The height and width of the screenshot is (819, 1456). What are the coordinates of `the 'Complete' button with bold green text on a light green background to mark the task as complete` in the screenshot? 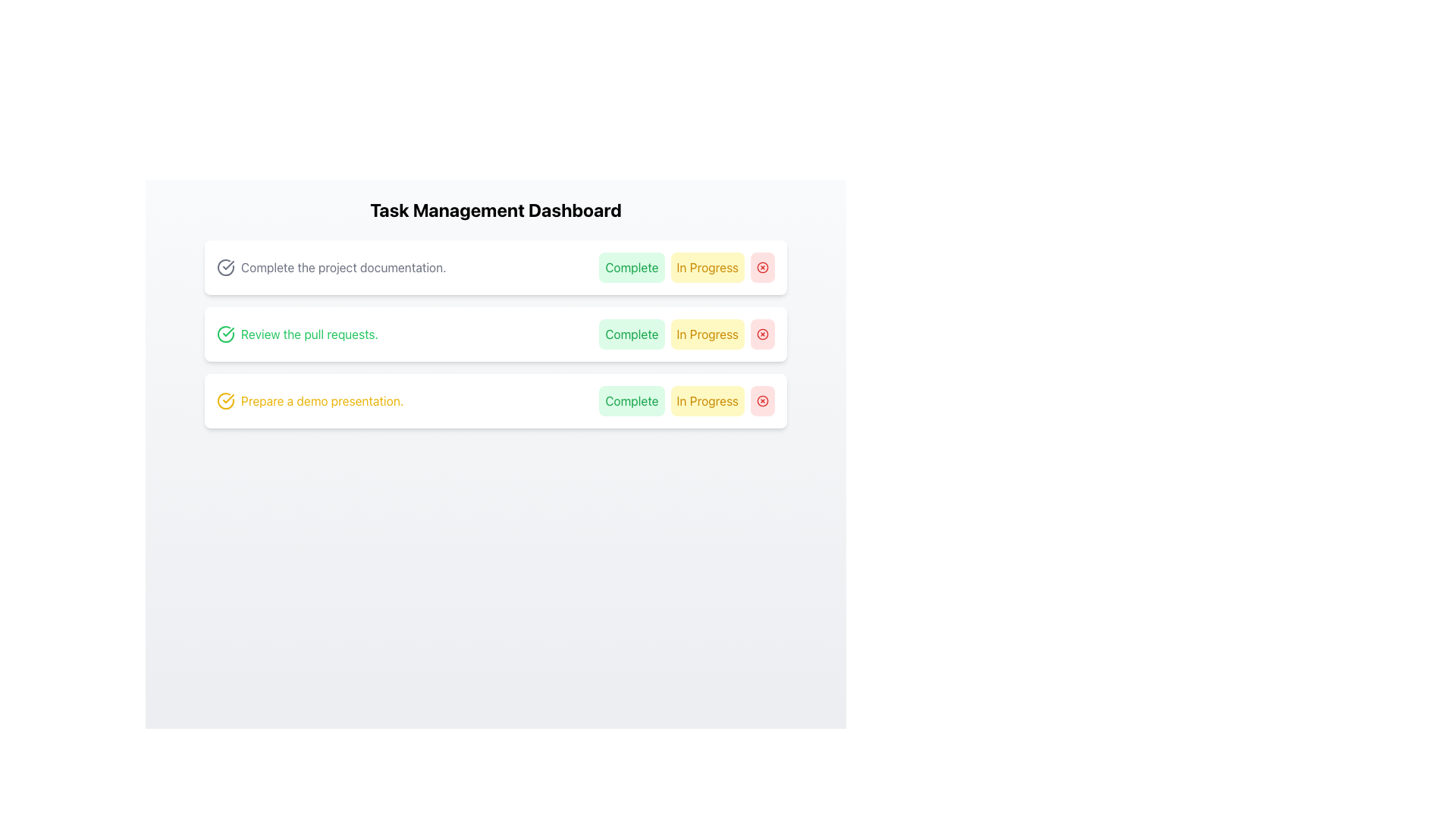 It's located at (632, 333).